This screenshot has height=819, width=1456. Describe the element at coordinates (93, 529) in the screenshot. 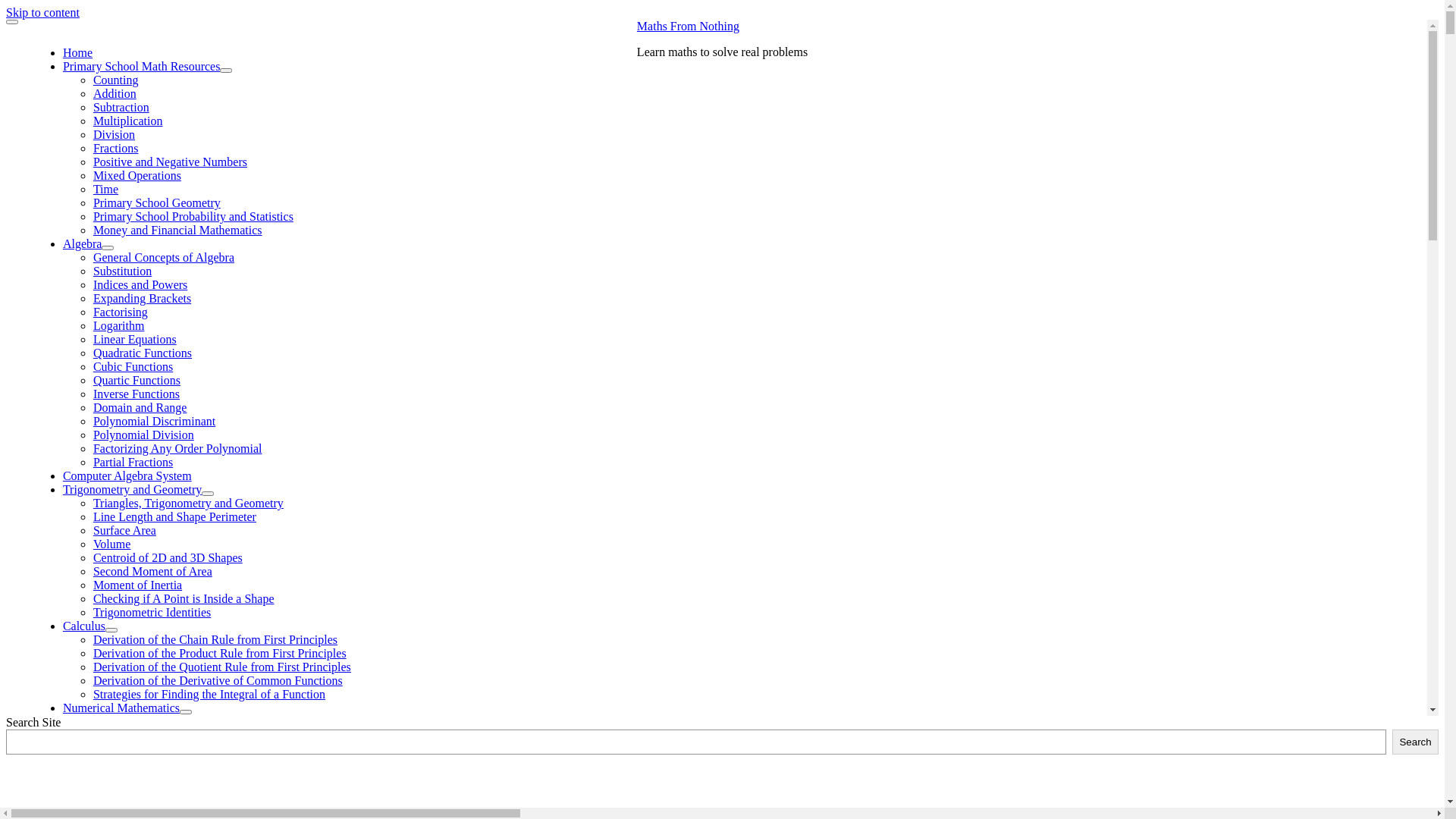

I see `'Surface Area'` at that location.